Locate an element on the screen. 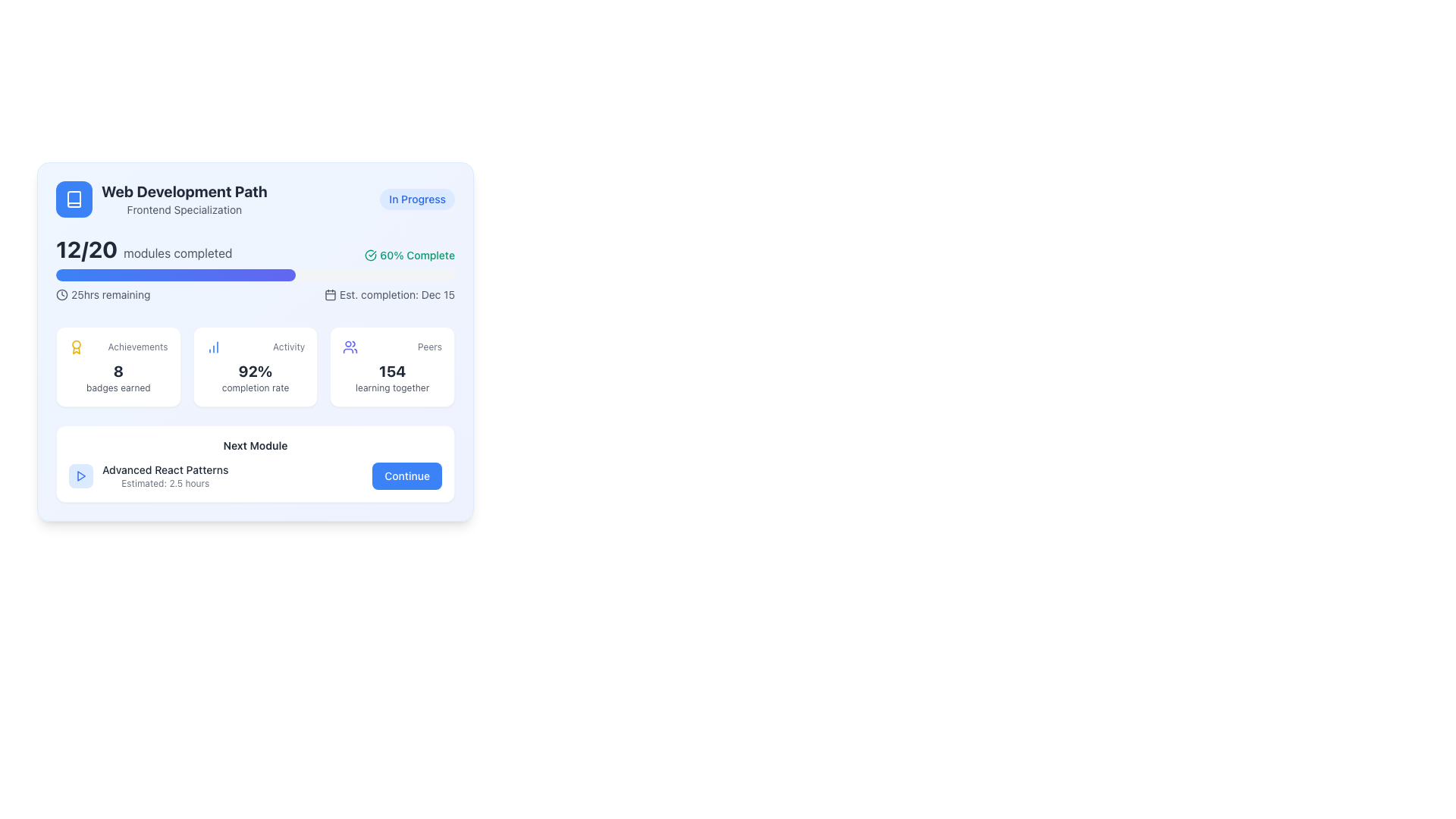 Image resolution: width=1456 pixels, height=819 pixels. the blue triangle icon resembling a 'play' button located inside a rounded rectangle in the 'Next Module' section adjacent to the title 'Advanced React Patterns' is located at coordinates (80, 475).